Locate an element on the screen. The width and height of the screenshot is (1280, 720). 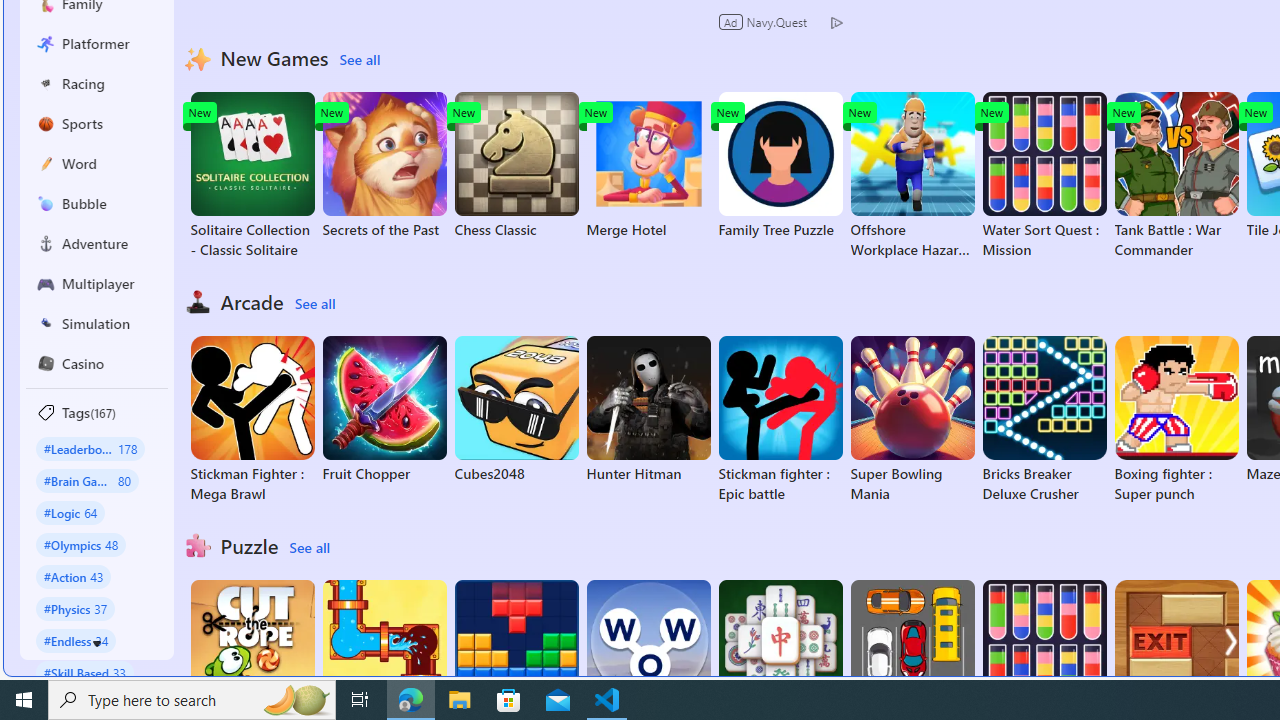
'#Skill Based 33' is located at coordinates (84, 672).